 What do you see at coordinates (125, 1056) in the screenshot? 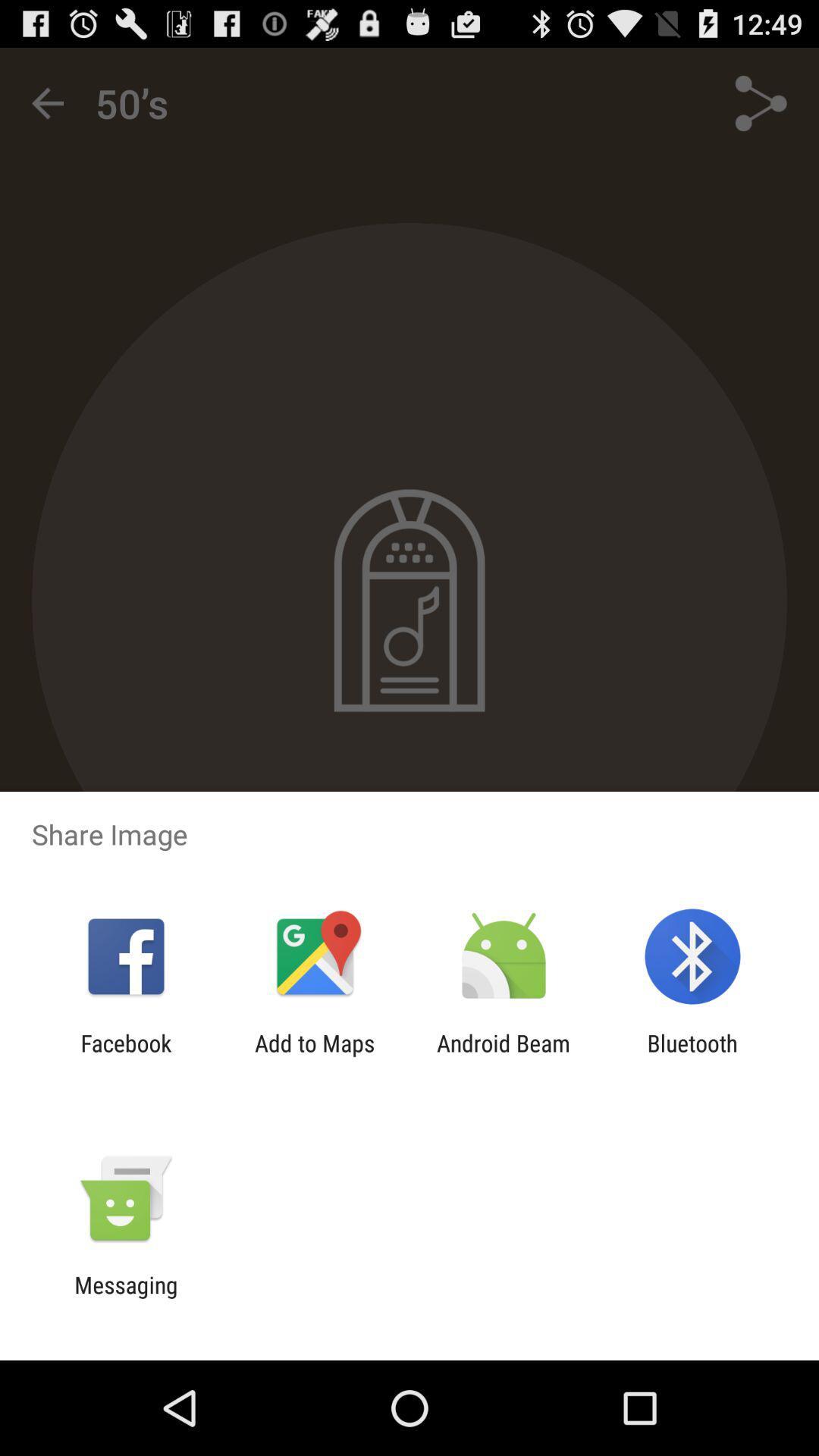
I see `the app to the left of the add to maps icon` at bounding box center [125, 1056].